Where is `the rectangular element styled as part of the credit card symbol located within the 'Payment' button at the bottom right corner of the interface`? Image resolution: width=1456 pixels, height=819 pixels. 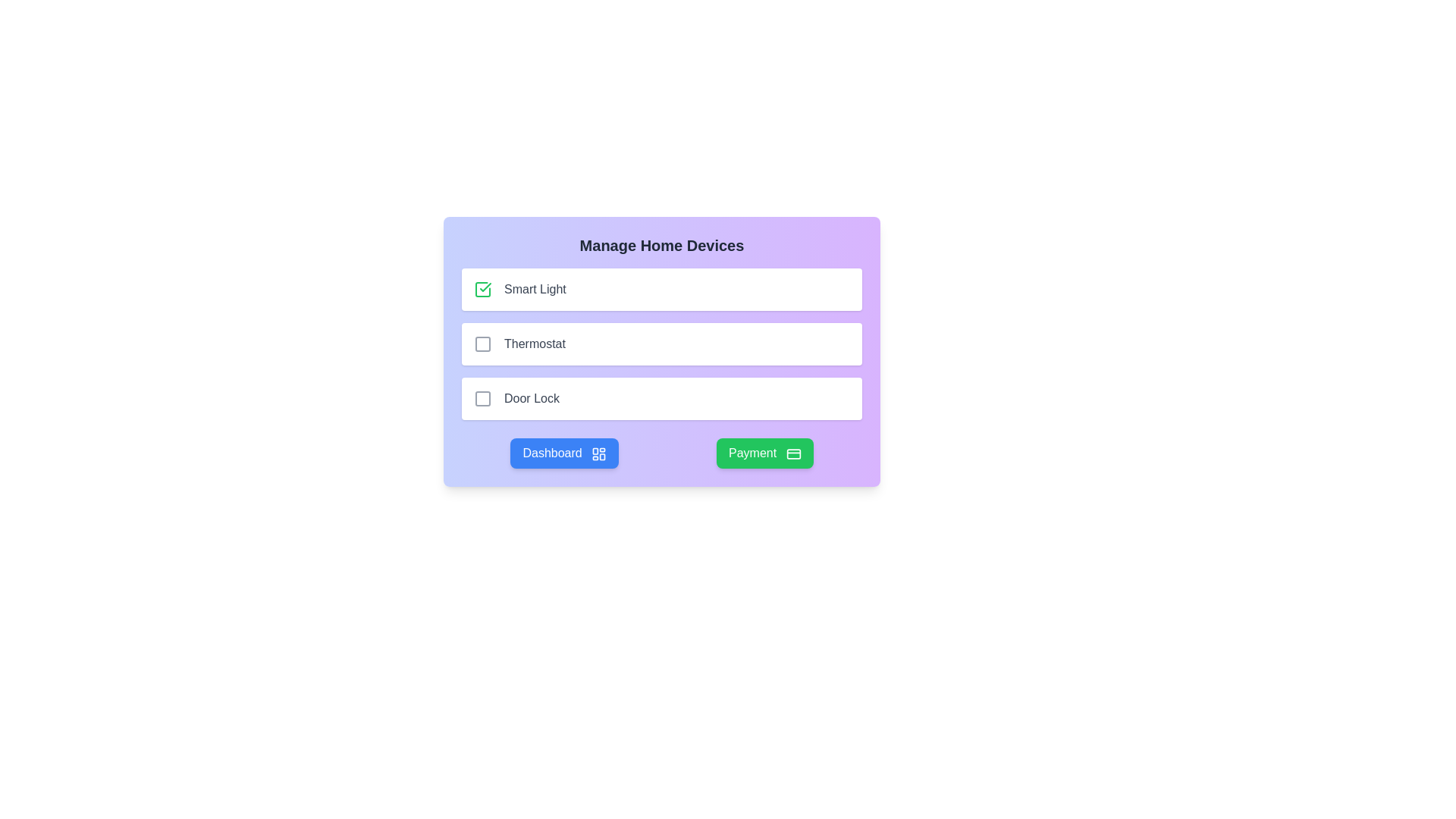
the rectangular element styled as part of the credit card symbol located within the 'Payment' button at the bottom right corner of the interface is located at coordinates (792, 453).